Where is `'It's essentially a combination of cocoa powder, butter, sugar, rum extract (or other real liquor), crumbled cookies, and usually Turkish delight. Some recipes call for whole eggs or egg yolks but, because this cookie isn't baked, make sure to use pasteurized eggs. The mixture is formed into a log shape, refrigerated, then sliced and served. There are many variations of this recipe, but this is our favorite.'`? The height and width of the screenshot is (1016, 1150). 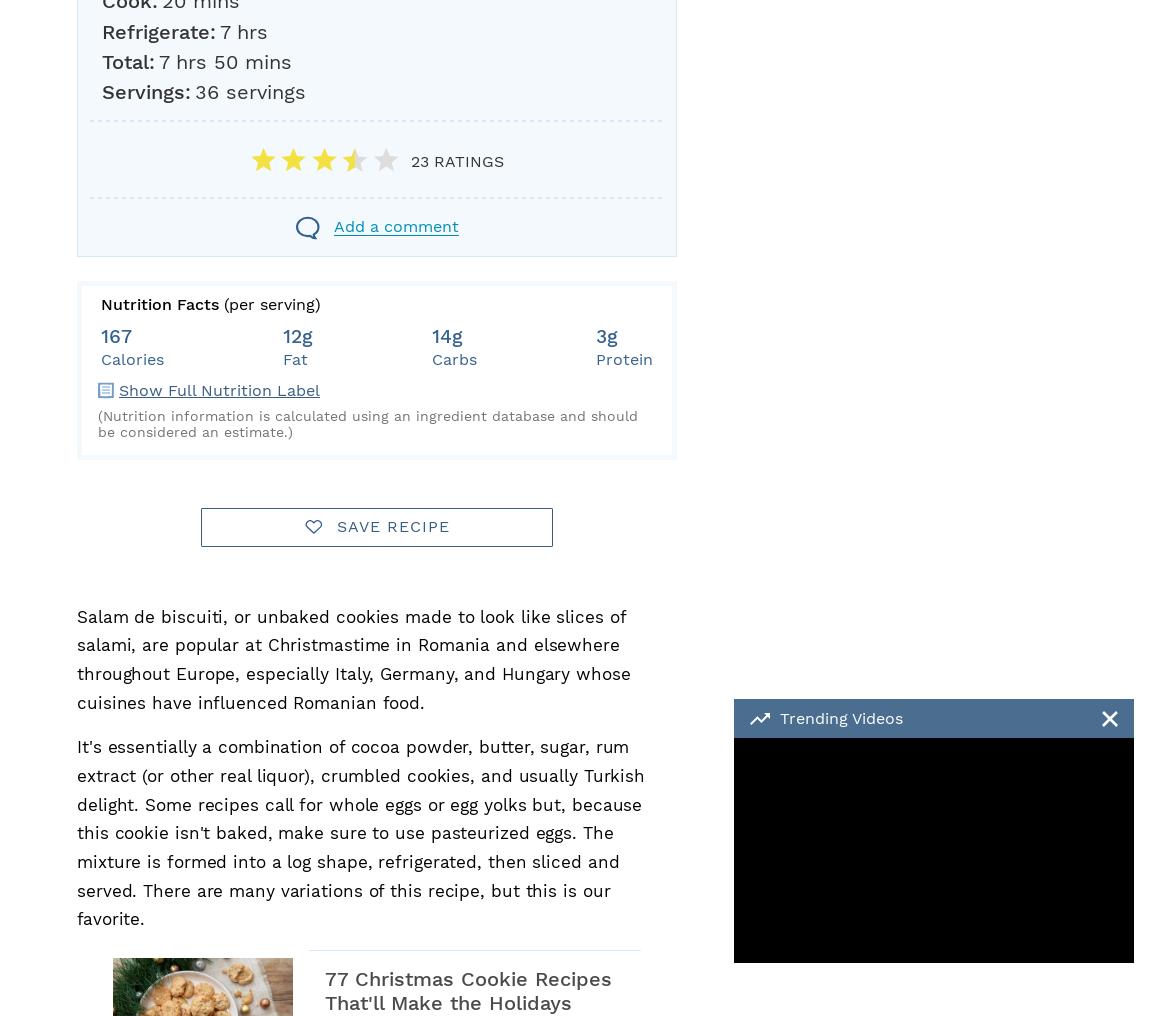 'It's essentially a combination of cocoa powder, butter, sugar, rum extract (or other real liquor), crumbled cookies, and usually Turkish delight. Some recipes call for whole eggs or egg yolks but, because this cookie isn't baked, make sure to use pasteurized eggs. The mixture is formed into a log shape, refrigerated, then sliced and served. There are many variations of this recipe, but this is our favorite.' is located at coordinates (360, 833).